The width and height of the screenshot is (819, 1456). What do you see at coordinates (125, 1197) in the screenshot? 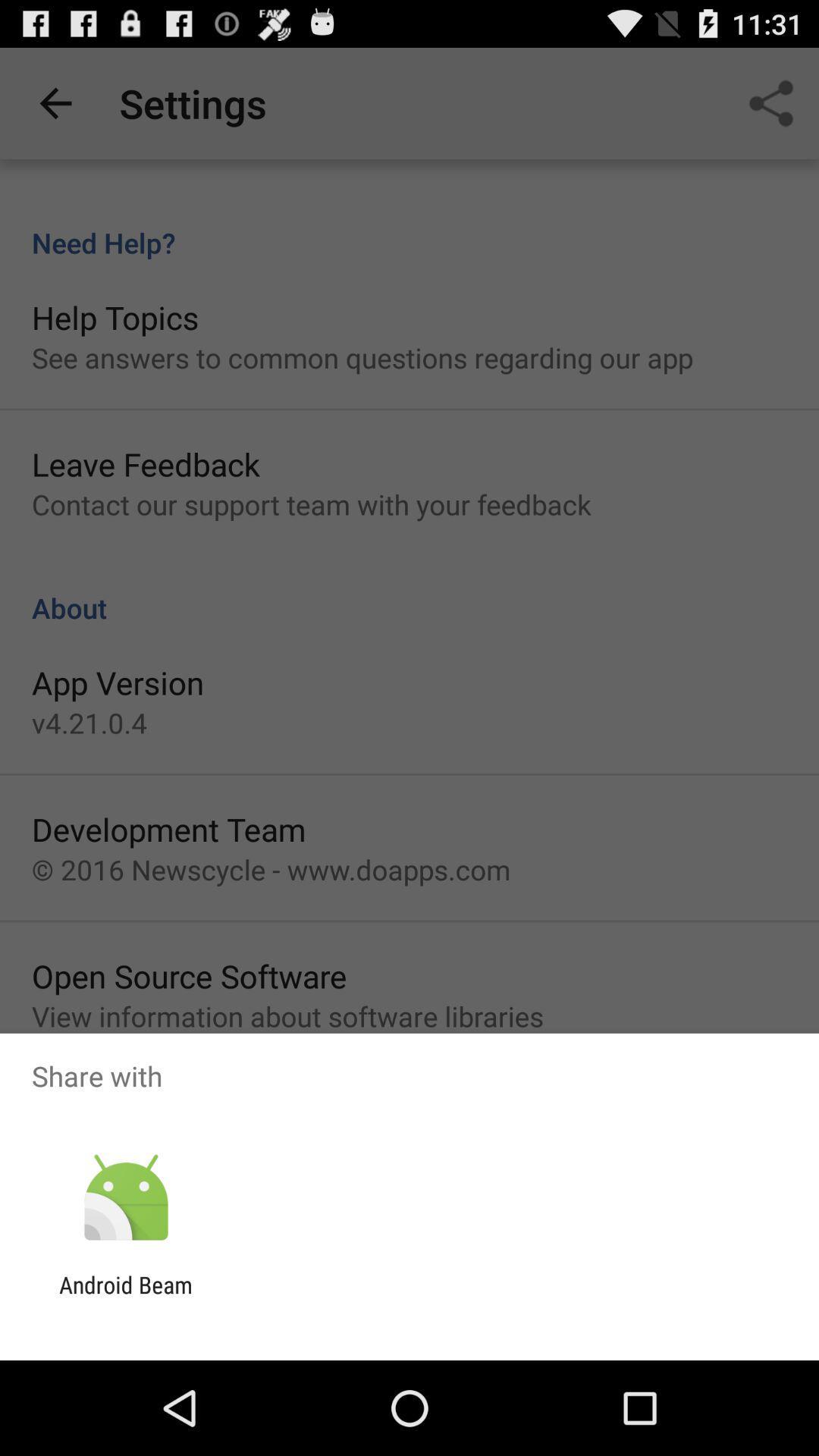
I see `the app below the share with icon` at bounding box center [125, 1197].